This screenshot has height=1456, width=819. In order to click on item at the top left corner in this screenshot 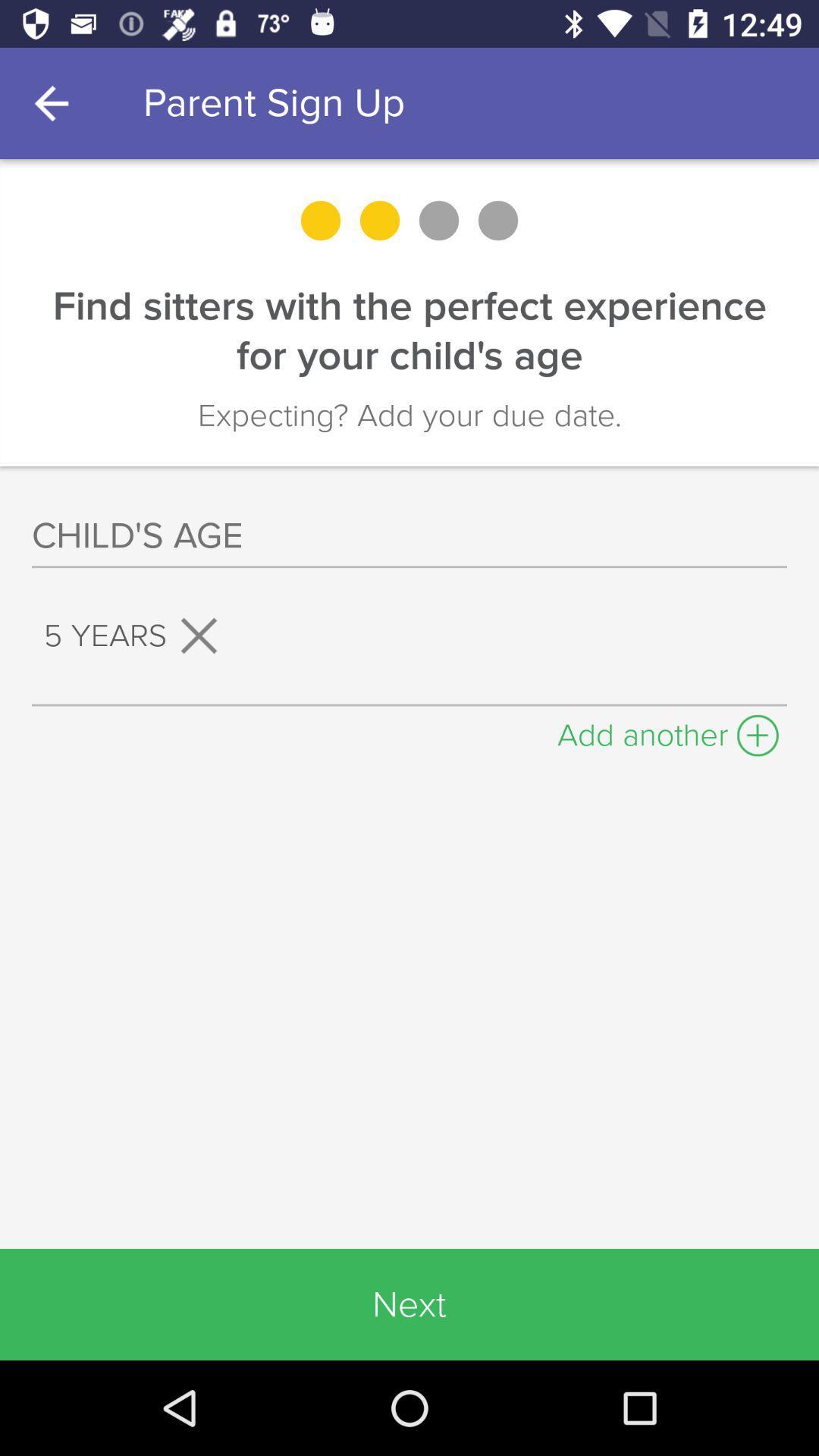, I will do `click(55, 102)`.